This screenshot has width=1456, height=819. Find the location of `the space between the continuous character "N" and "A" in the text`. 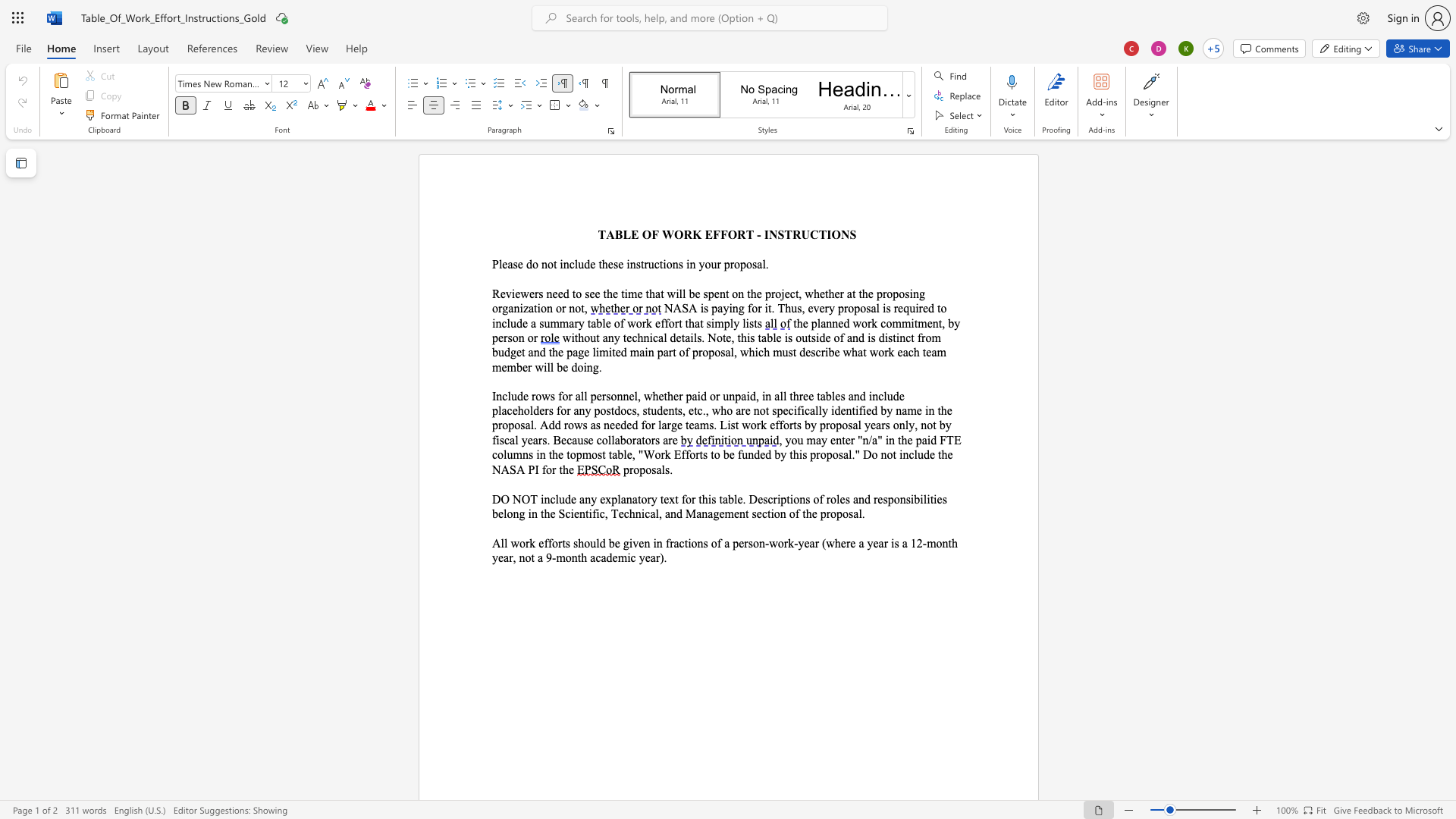

the space between the continuous character "N" and "A" in the text is located at coordinates (672, 307).